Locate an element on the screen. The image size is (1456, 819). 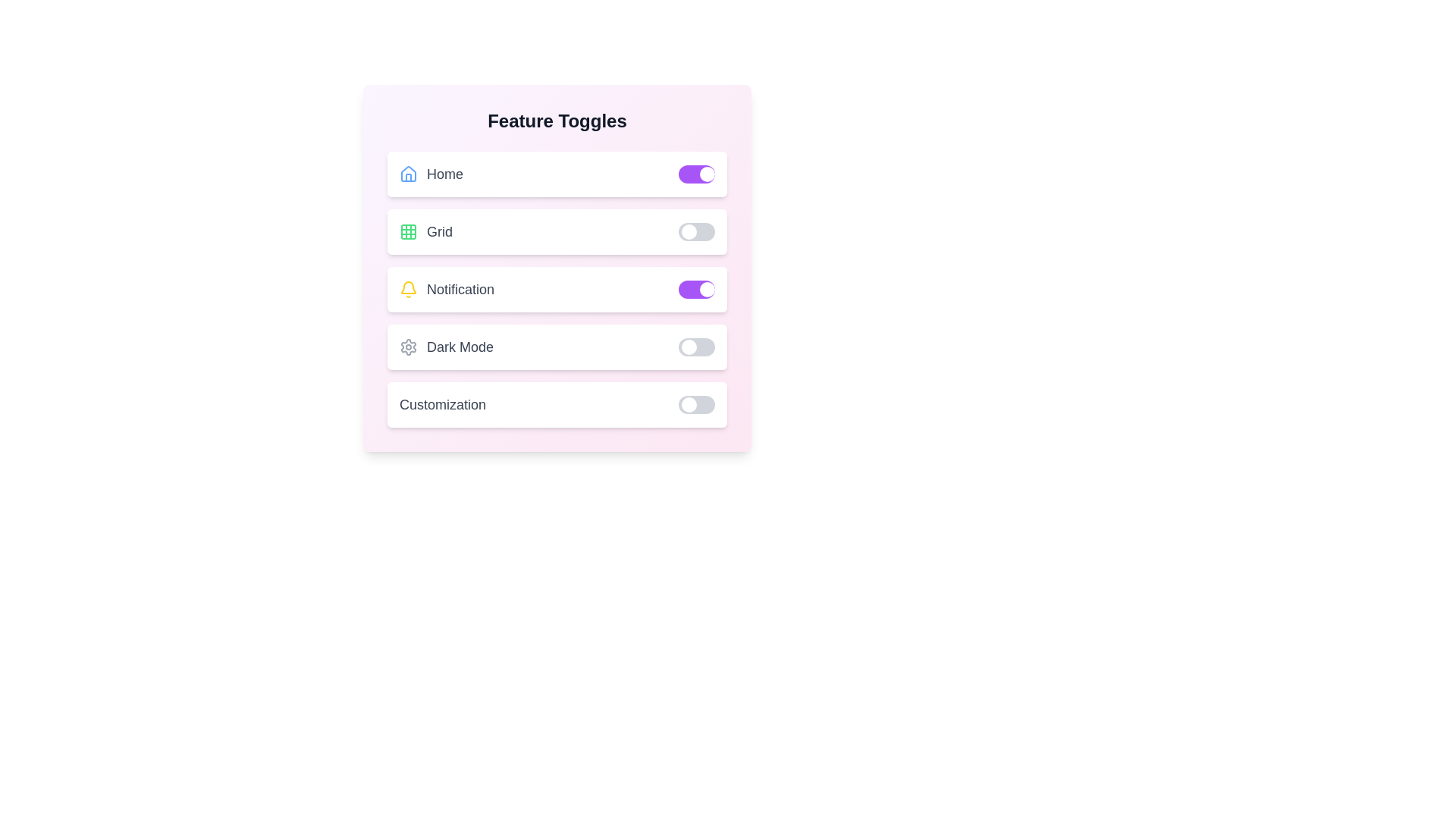
the 'Home' toggle icon, which is the first icon in the 'Feature Toggles' menu, located to the left of the 'Home' label is located at coordinates (408, 174).